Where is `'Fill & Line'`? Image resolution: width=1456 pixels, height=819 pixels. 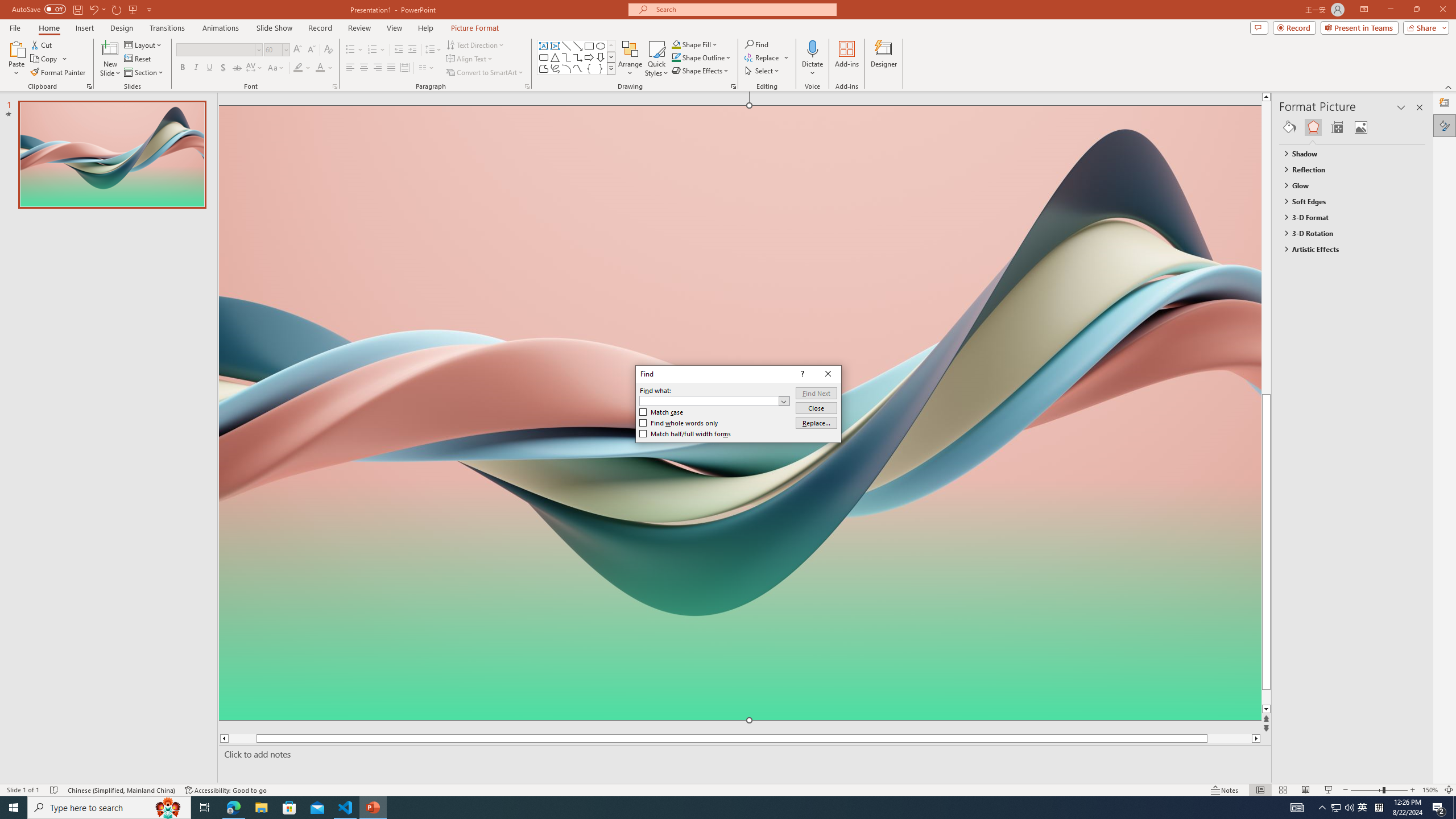
'Fill & Line' is located at coordinates (1289, 126).